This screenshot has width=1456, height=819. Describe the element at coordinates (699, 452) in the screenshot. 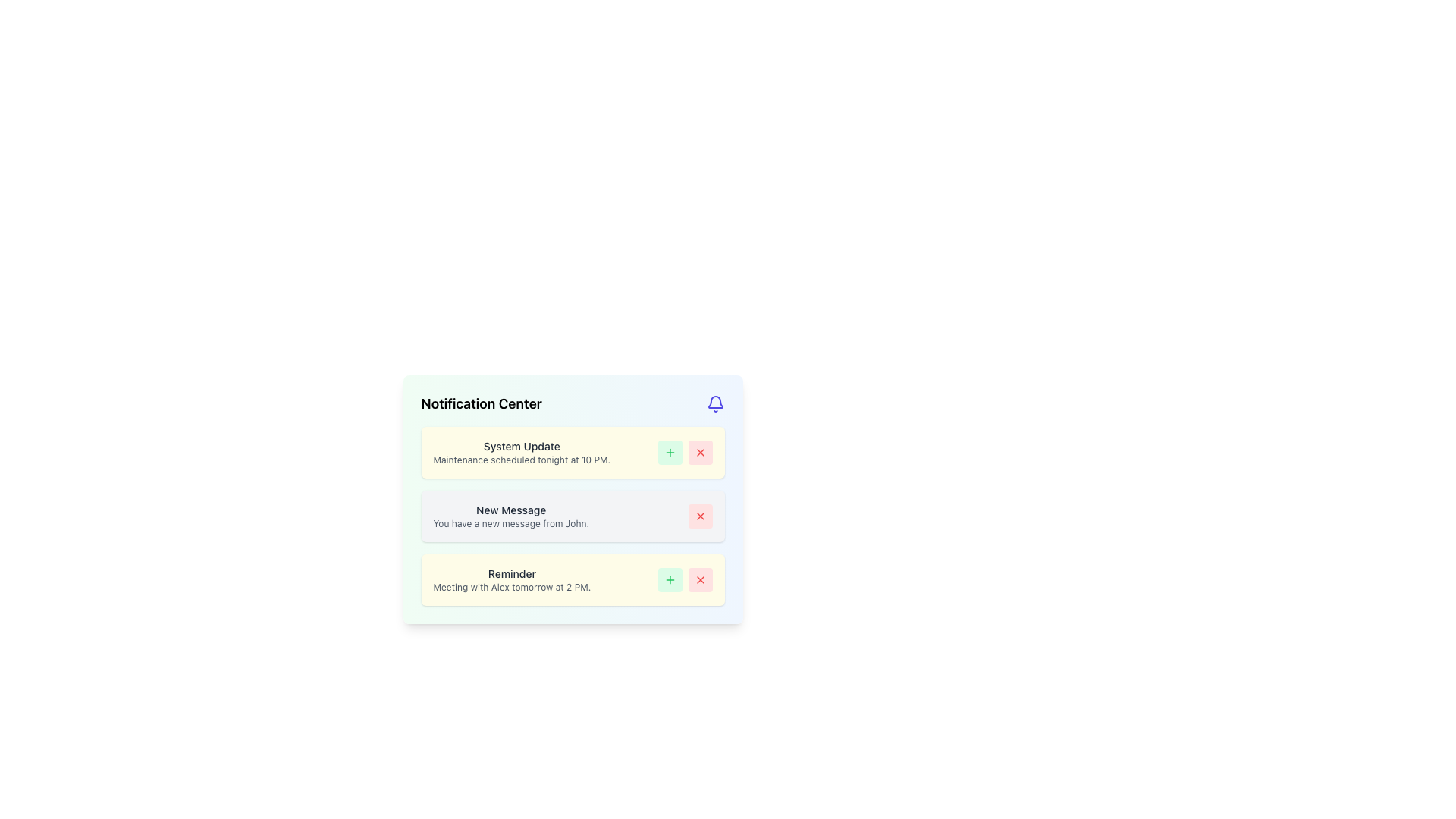

I see `the close button located to the right of the 'System Update' notification to potentially reveal a tooltip or effect` at that location.